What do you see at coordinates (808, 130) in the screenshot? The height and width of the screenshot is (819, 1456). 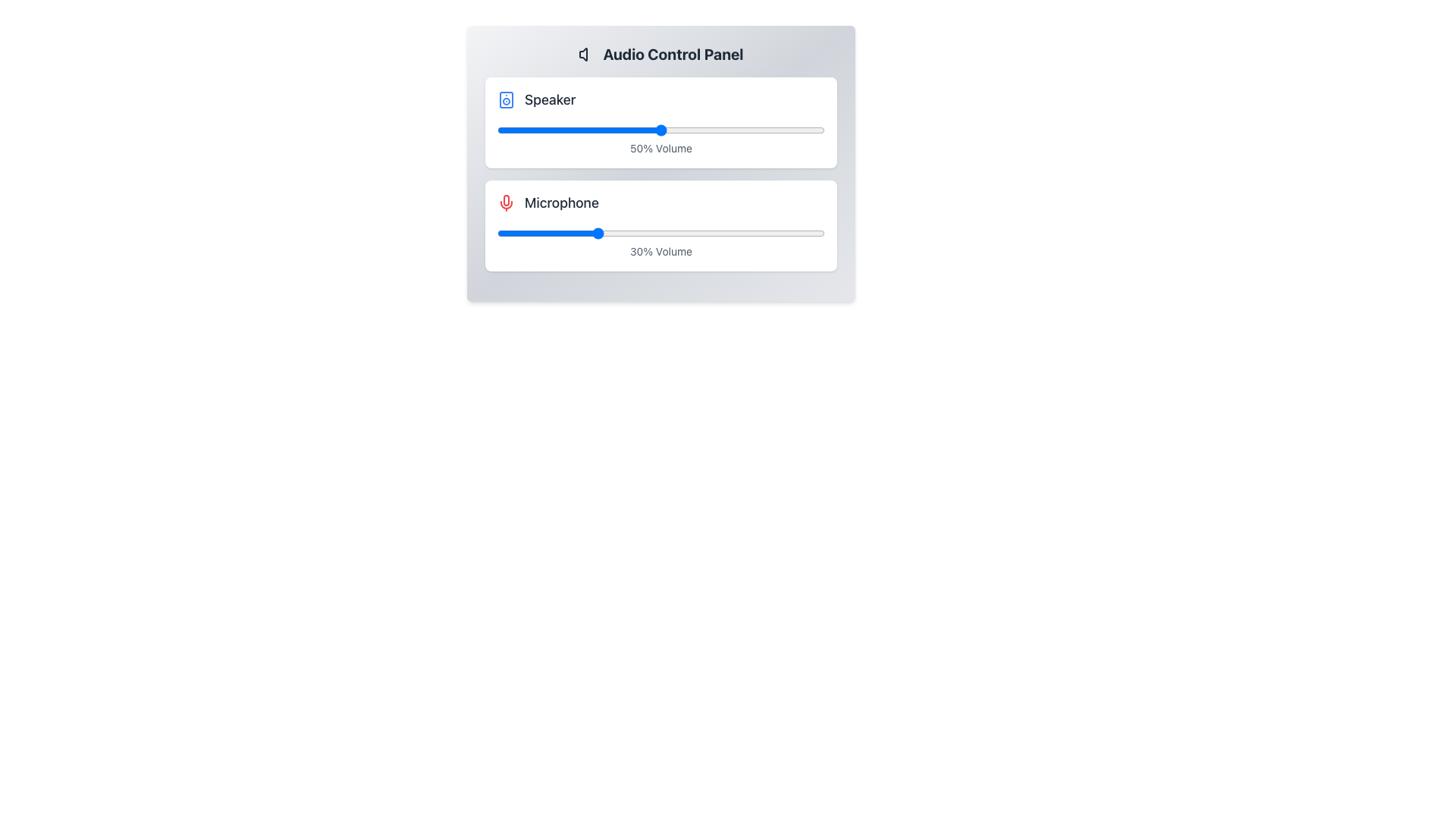 I see `the speaker volume` at bounding box center [808, 130].